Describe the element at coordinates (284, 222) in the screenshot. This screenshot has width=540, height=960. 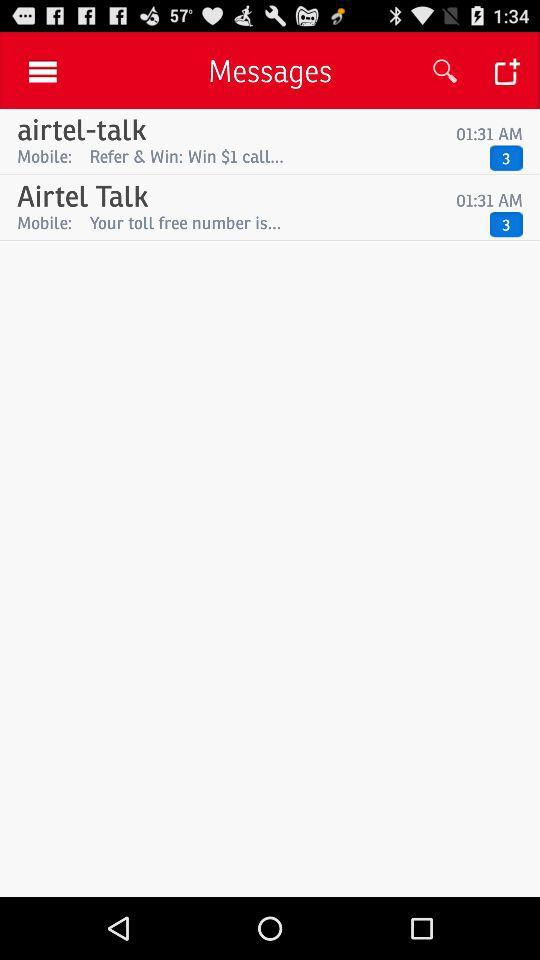
I see `the app below 01:31 am` at that location.